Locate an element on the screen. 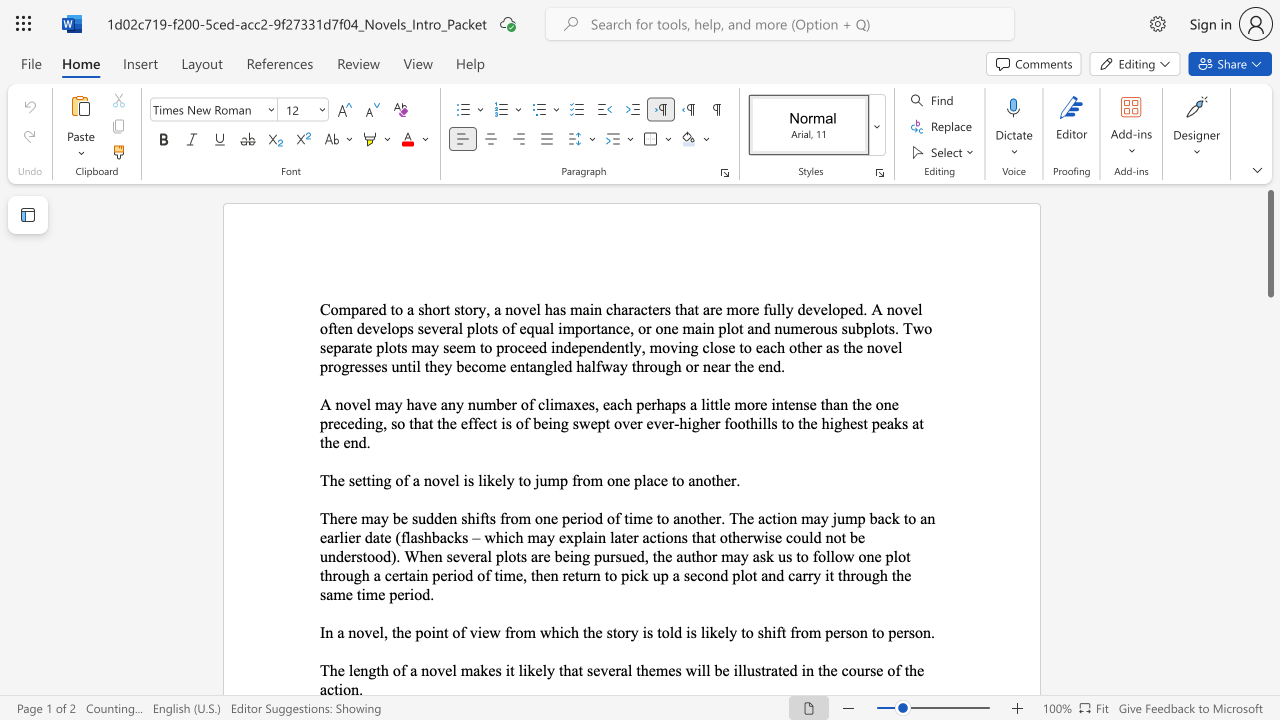 Image resolution: width=1280 pixels, height=720 pixels. the scrollbar to scroll the page down is located at coordinates (1269, 460).